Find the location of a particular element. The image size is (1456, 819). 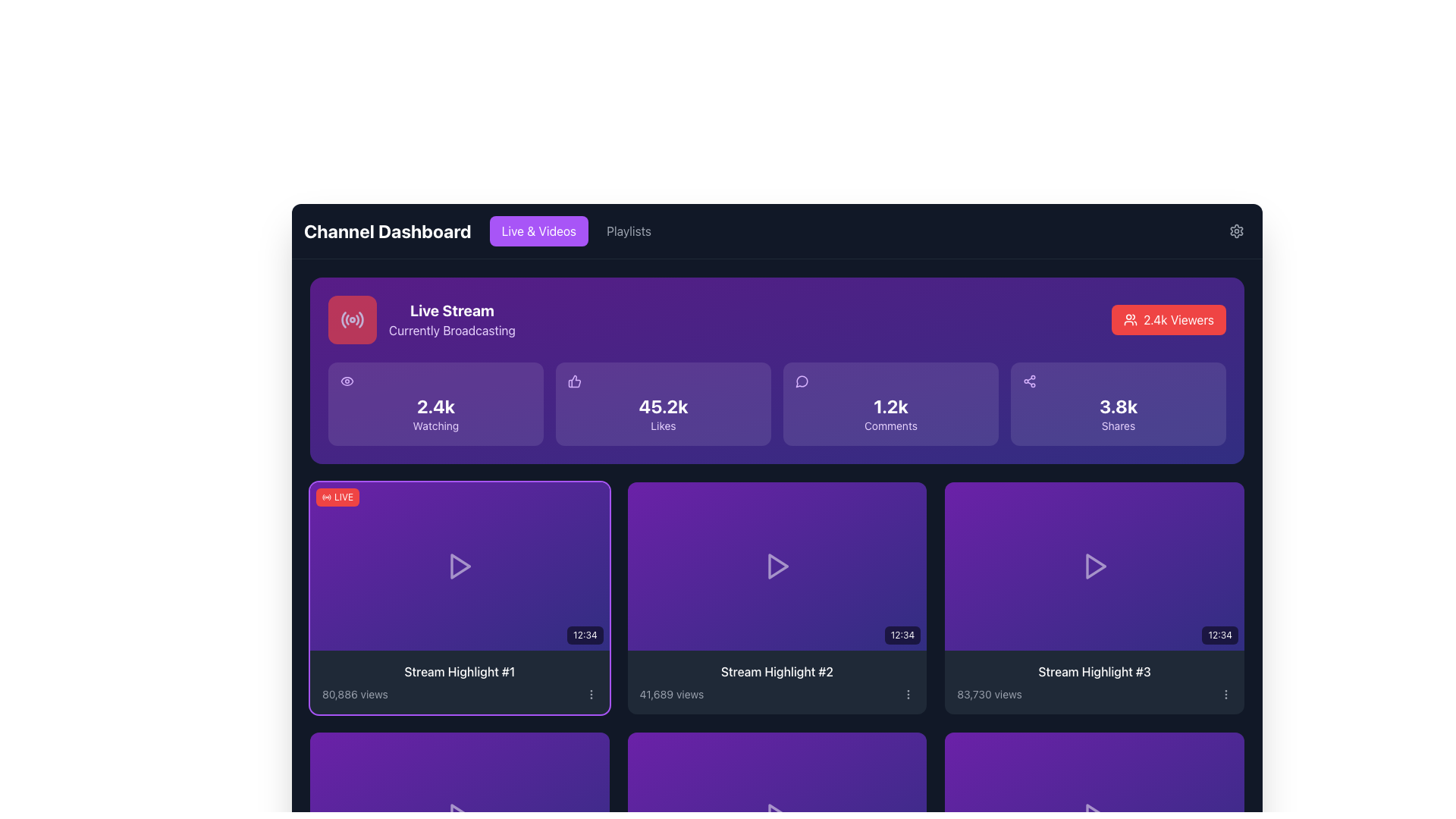

the clickable video thumbnail with a gradient background and a play icon at its center, located in the second row's second position beneath the 'Live Stream' section is located at coordinates (777, 566).